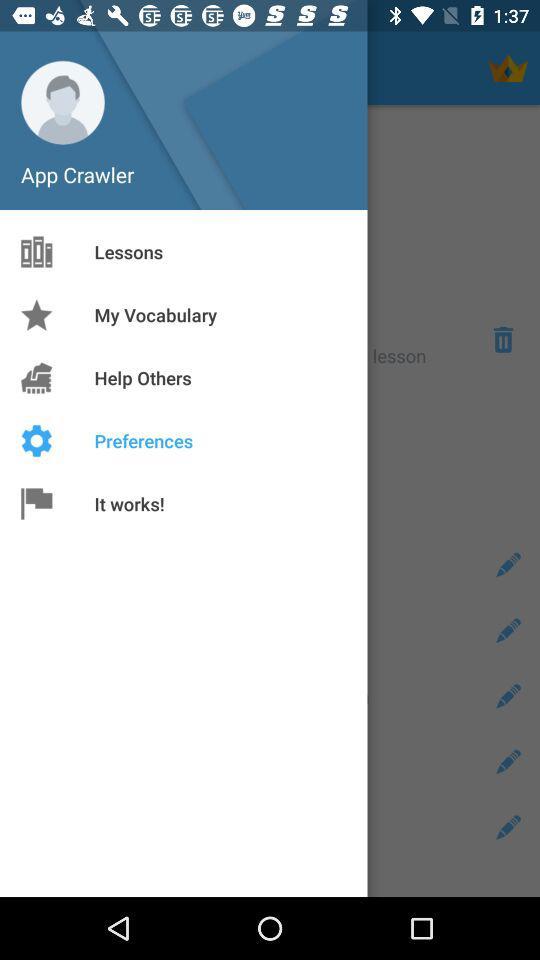 Image resolution: width=540 pixels, height=960 pixels. Describe the element at coordinates (508, 696) in the screenshot. I see `the edit icon` at that location.